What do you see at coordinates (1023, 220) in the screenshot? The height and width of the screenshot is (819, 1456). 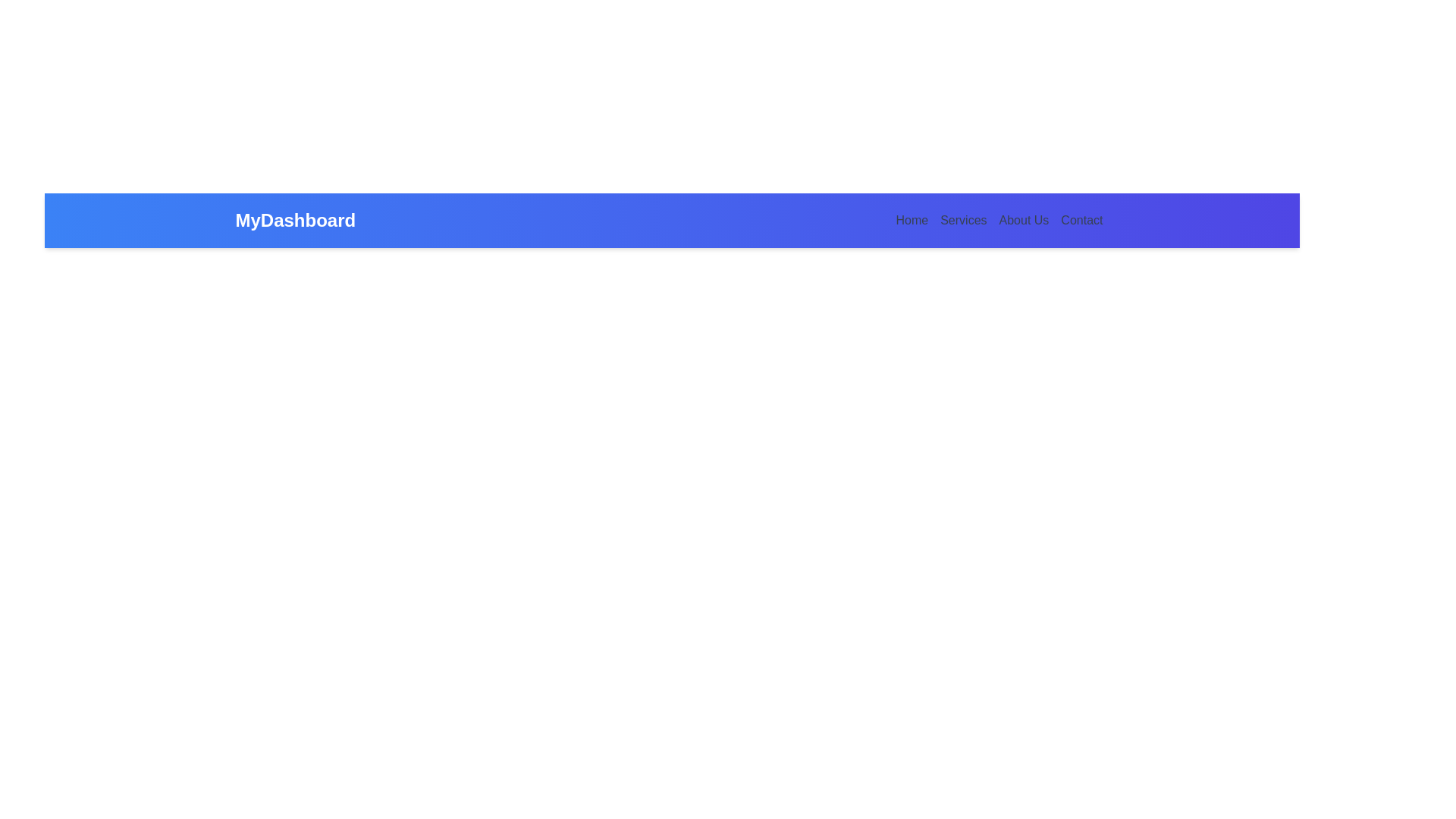 I see `the 'About Us' Text hyperlink located in the horizontal navigation menu, which is positioned to the right of 'Services' and to the left of 'Contact'` at bounding box center [1023, 220].